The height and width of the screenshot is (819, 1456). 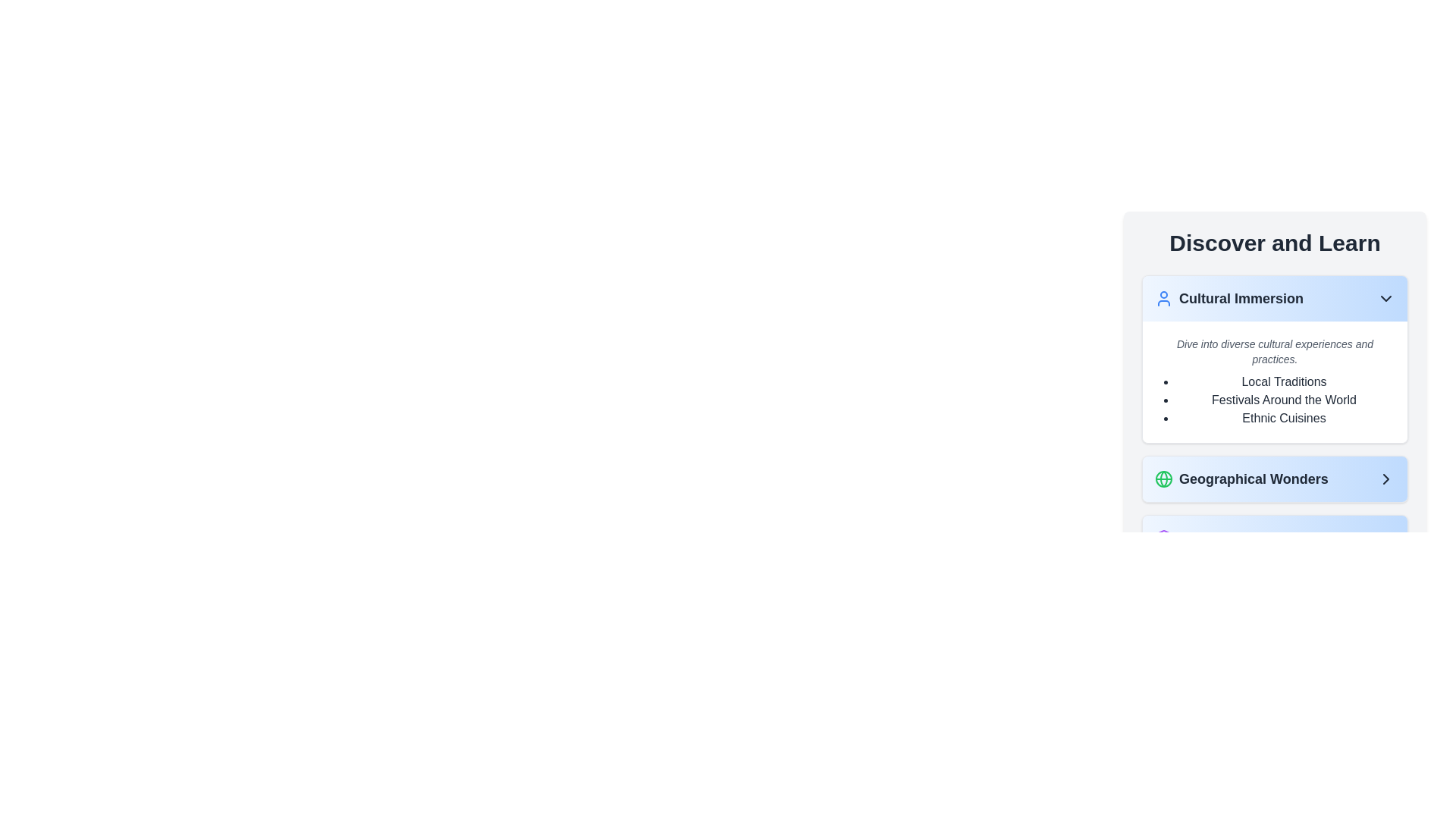 What do you see at coordinates (1274, 242) in the screenshot?
I see `the bold and large heading with the text 'Discover and Learn', which is styled in dark gray and positioned at the top of the section` at bounding box center [1274, 242].